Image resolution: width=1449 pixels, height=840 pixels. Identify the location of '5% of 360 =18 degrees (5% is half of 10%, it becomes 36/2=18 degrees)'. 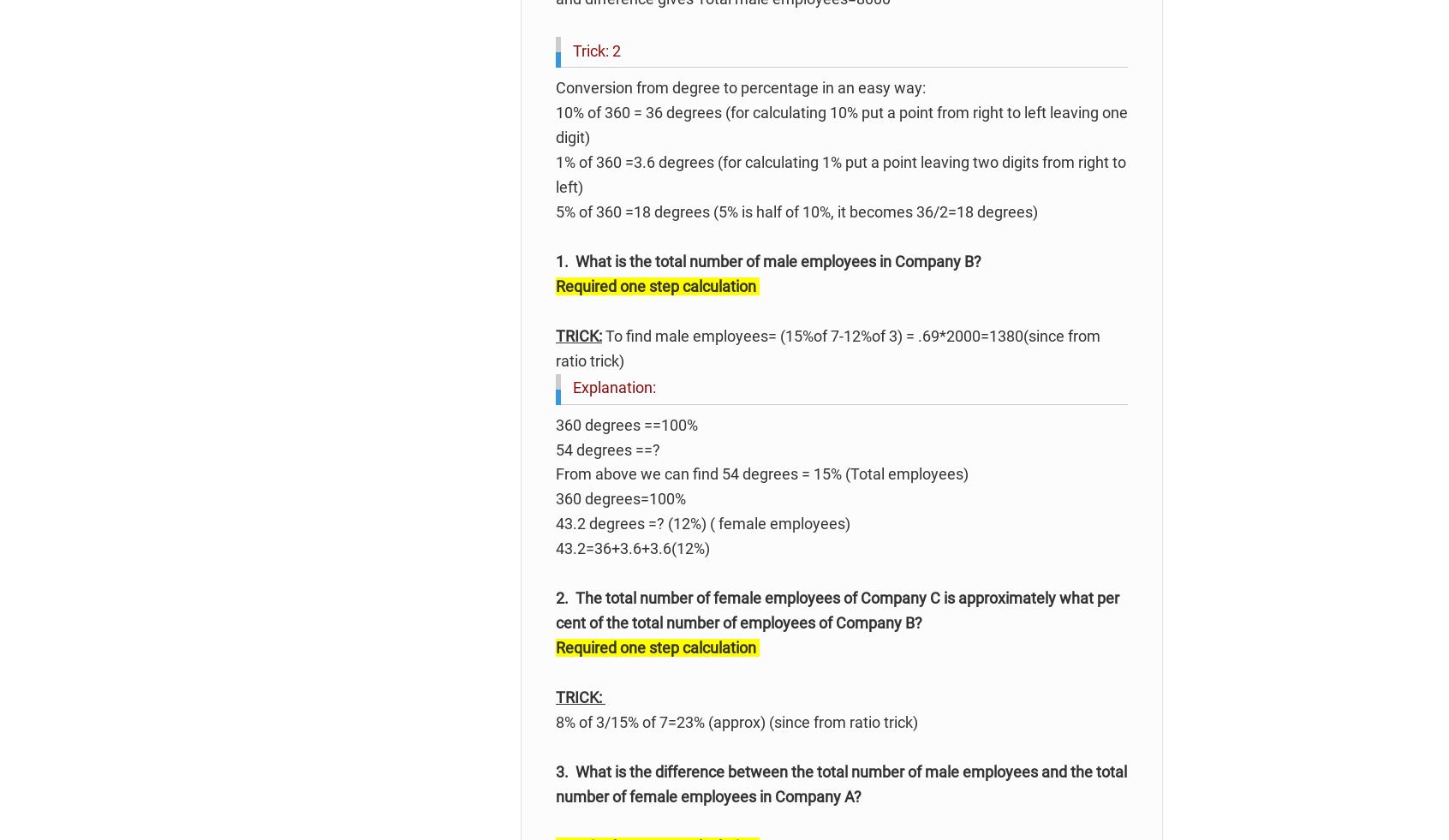
(796, 210).